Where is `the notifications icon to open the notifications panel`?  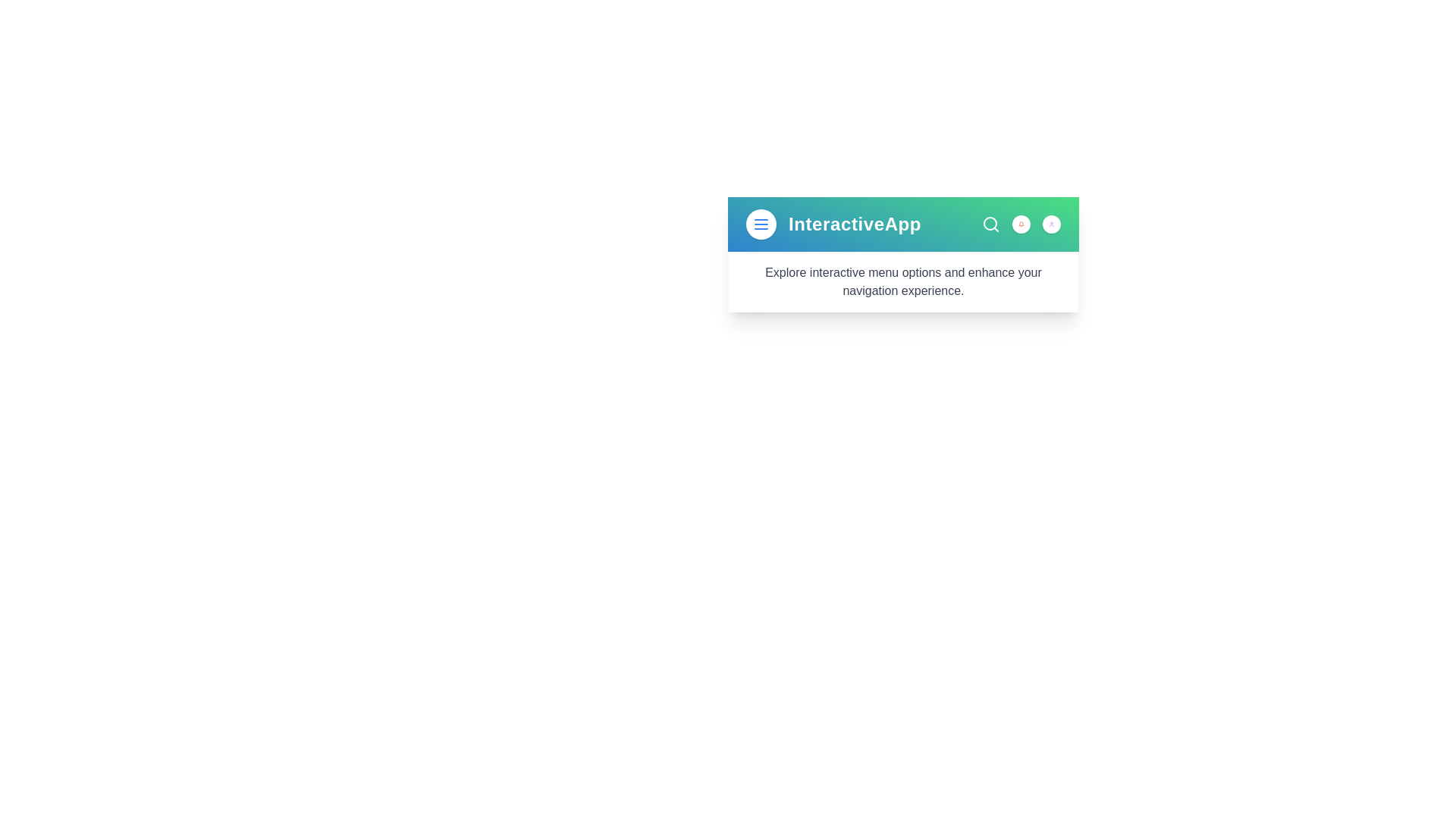
the notifications icon to open the notifications panel is located at coordinates (1021, 224).